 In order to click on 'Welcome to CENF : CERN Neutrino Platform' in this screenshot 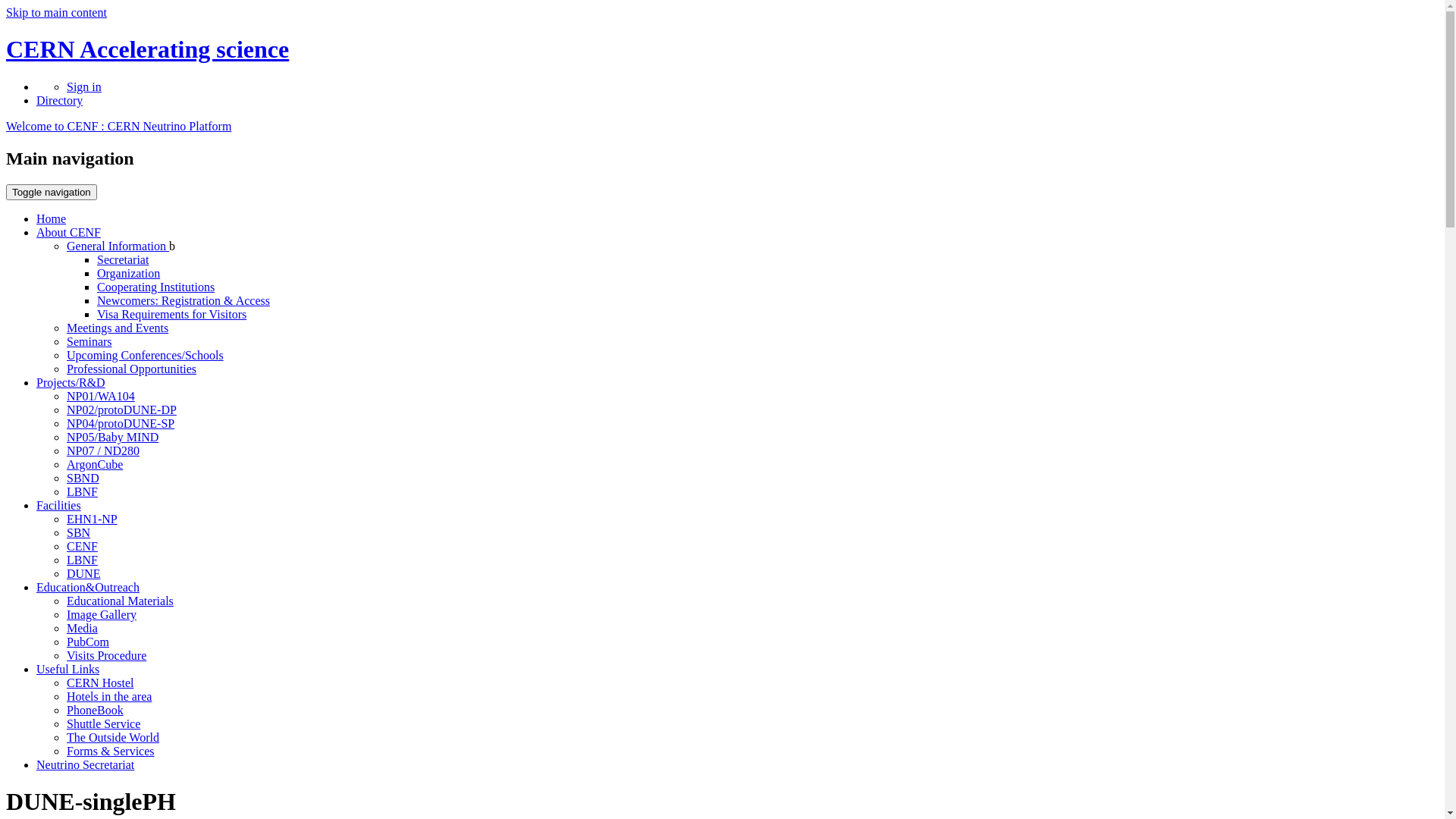, I will do `click(118, 125)`.